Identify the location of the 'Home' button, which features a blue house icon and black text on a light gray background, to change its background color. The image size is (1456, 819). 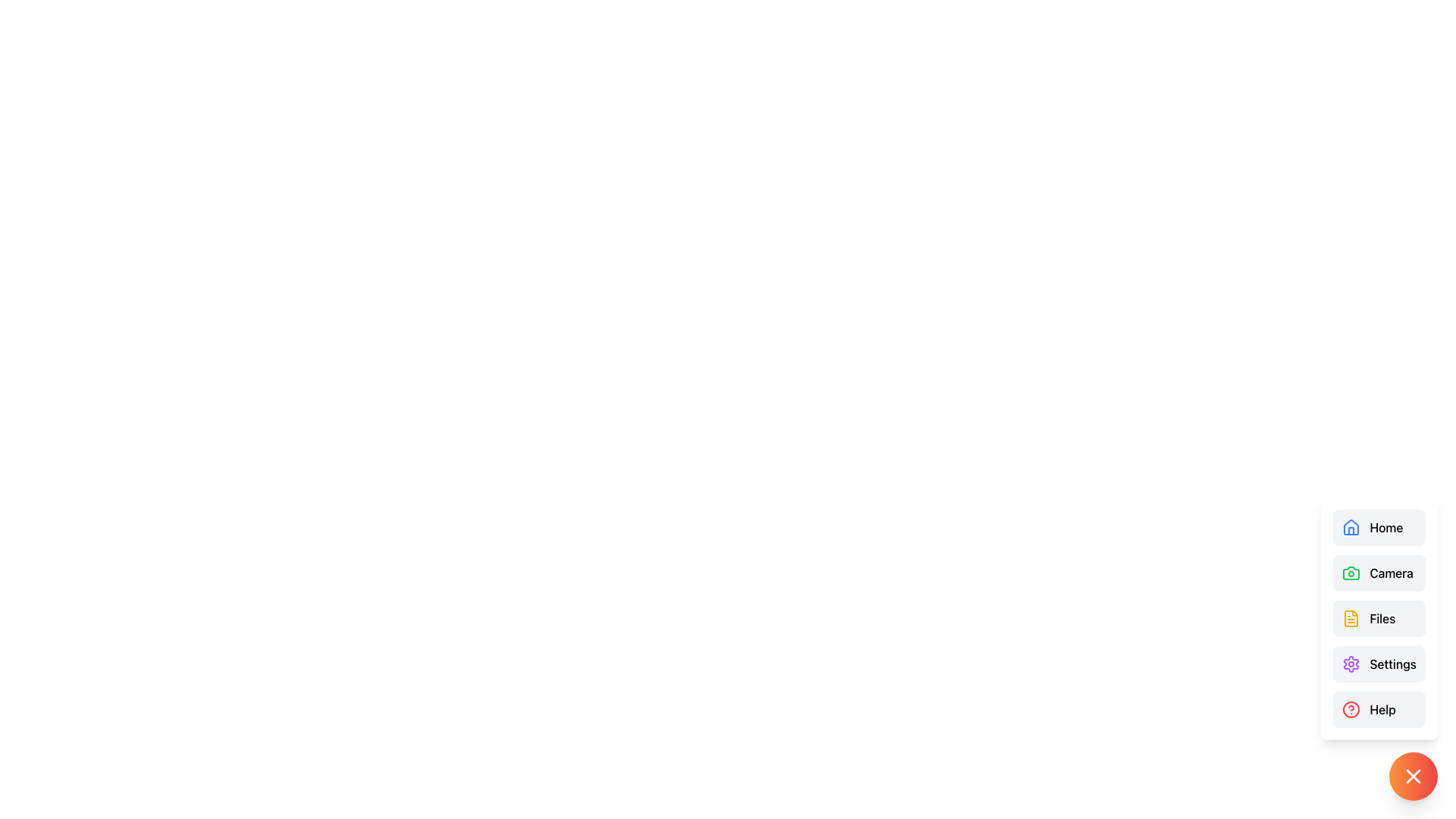
(1379, 526).